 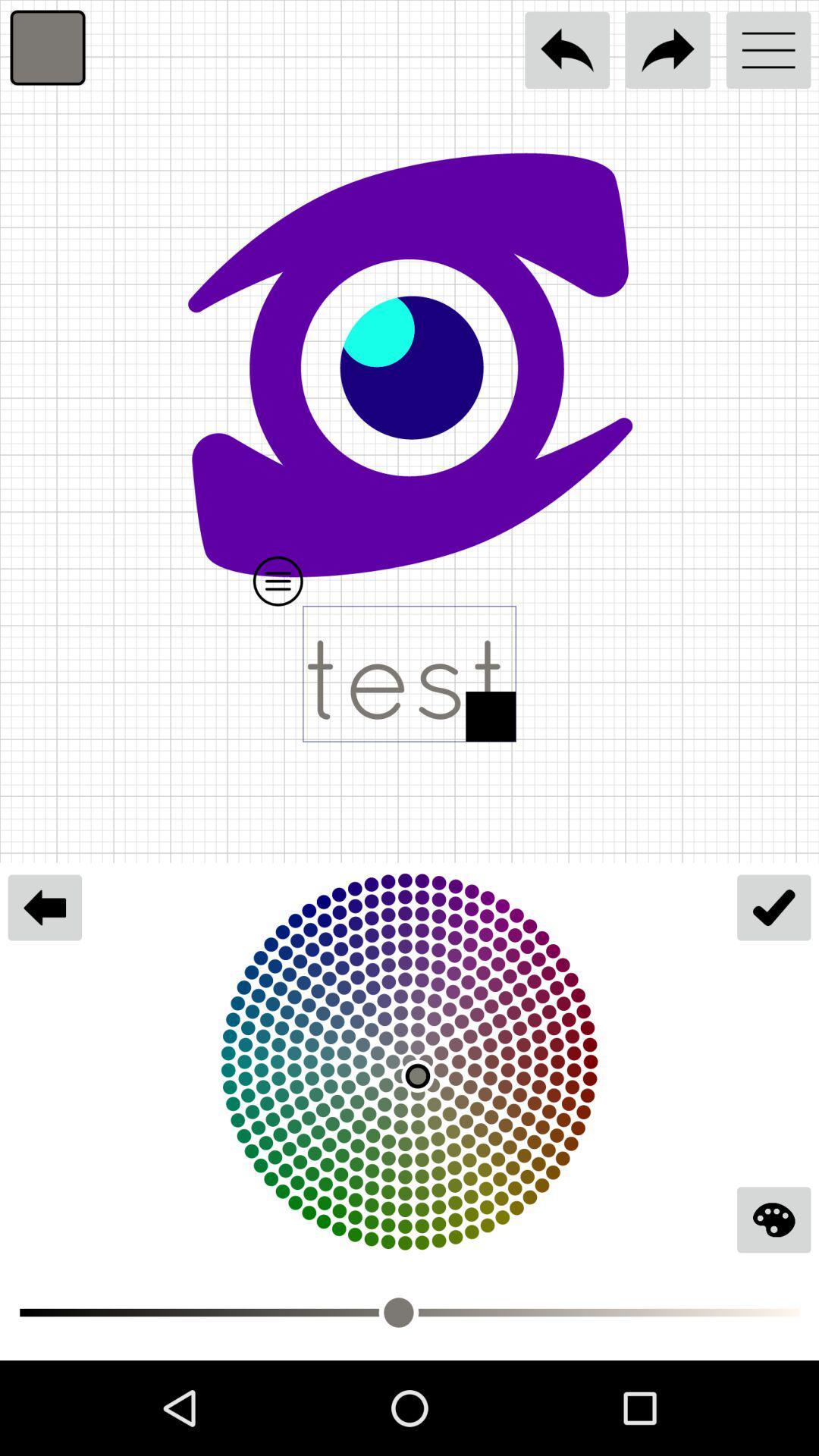 What do you see at coordinates (773, 907) in the screenshot?
I see `the check icon` at bounding box center [773, 907].